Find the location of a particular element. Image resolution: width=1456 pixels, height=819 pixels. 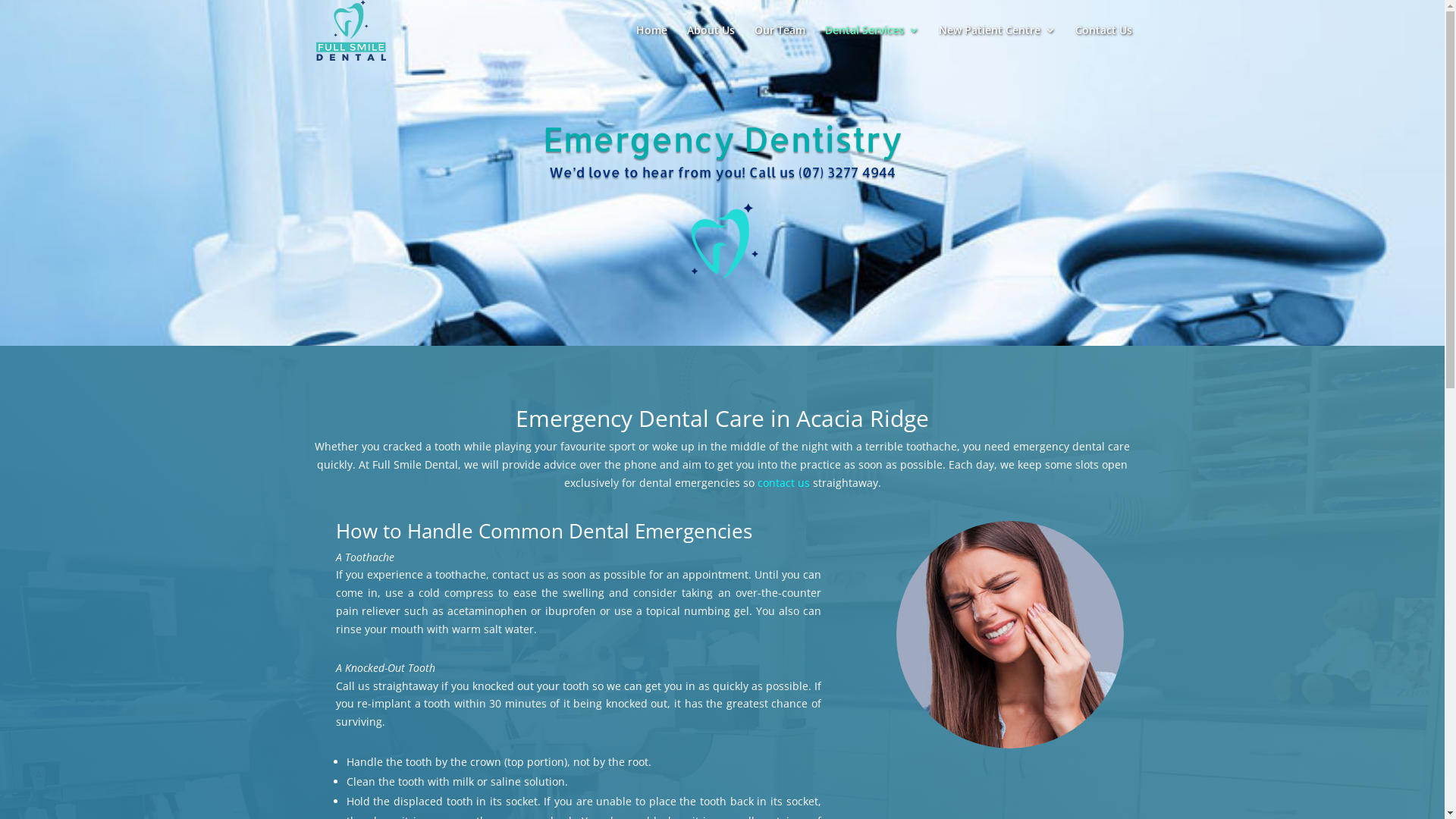

'New Patient Centre' is located at coordinates (938, 42).